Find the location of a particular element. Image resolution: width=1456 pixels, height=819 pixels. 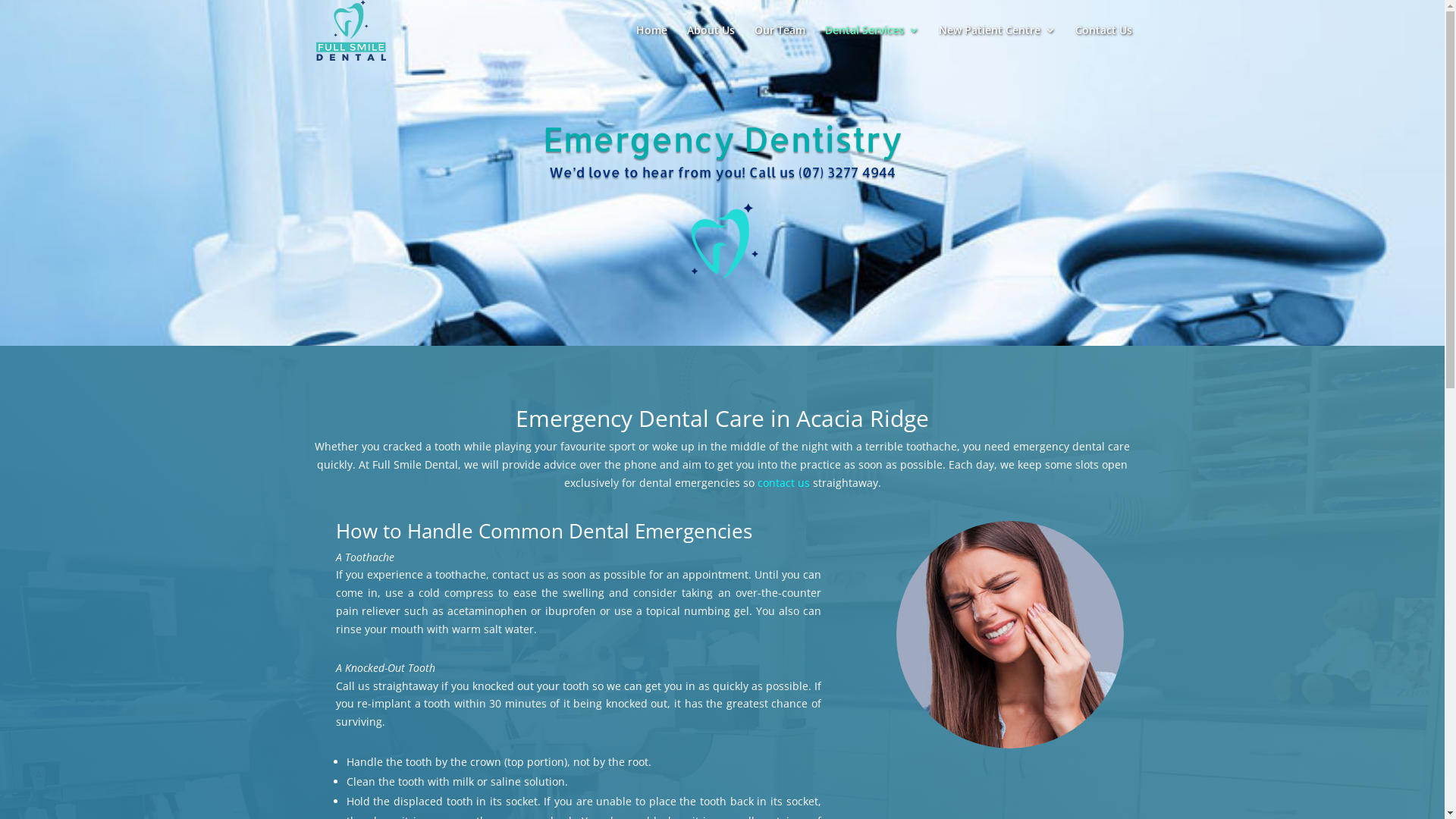

'New Patient Centre' is located at coordinates (938, 42).